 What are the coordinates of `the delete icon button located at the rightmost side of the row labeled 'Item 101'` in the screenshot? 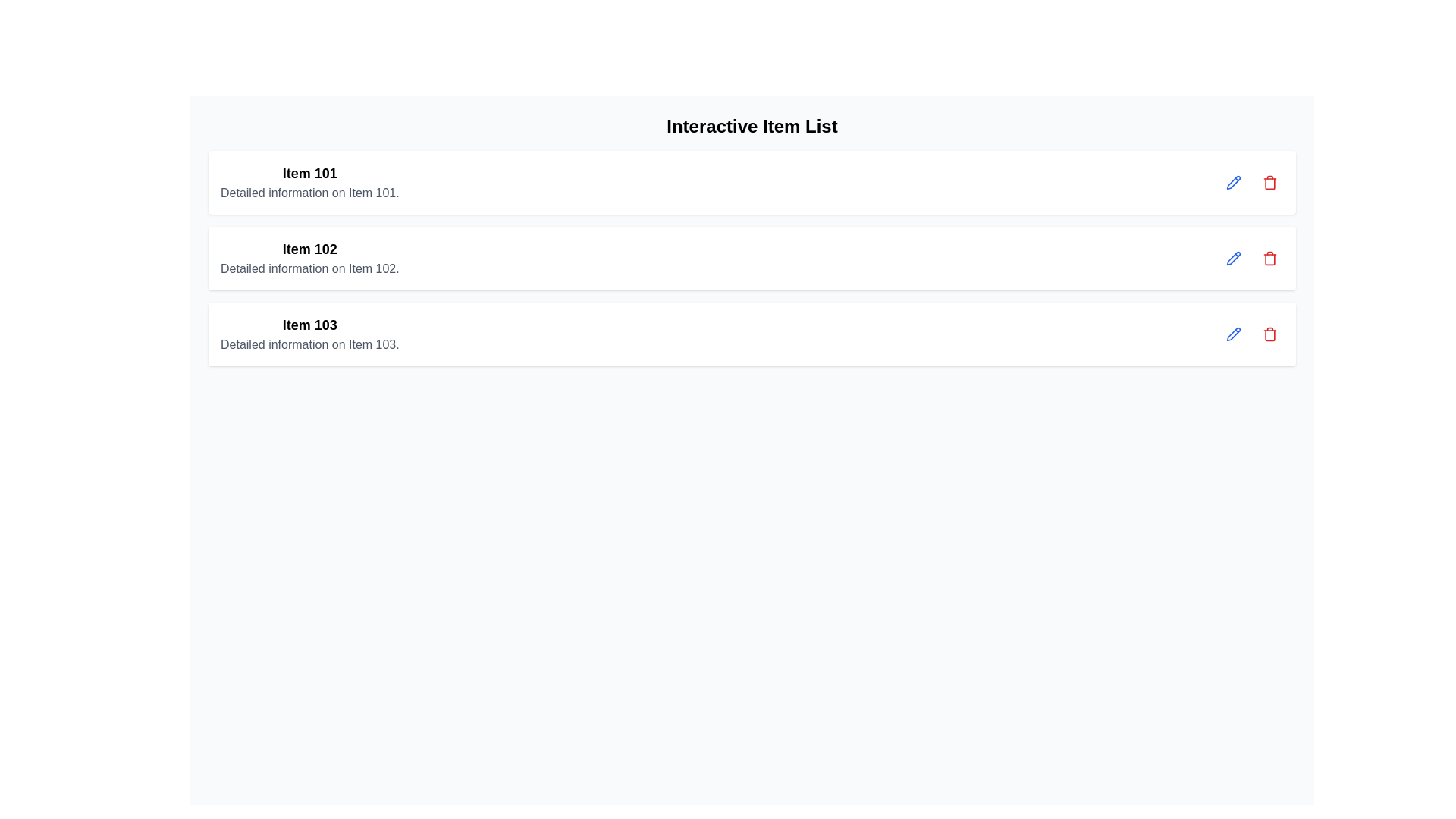 It's located at (1270, 181).